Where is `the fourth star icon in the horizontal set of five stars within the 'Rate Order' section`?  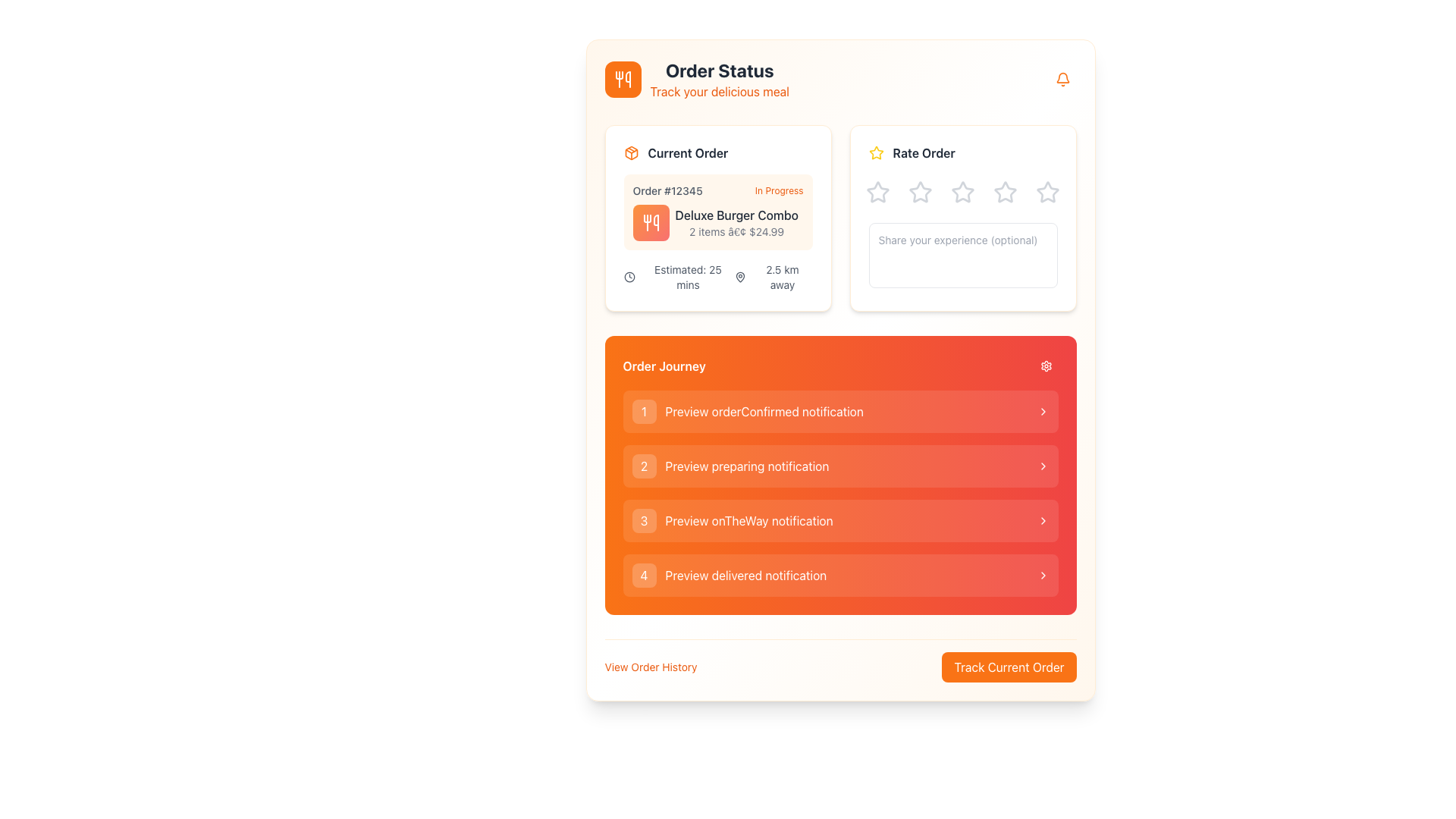
the fourth star icon in the horizontal set of five stars within the 'Rate Order' section is located at coordinates (1005, 192).